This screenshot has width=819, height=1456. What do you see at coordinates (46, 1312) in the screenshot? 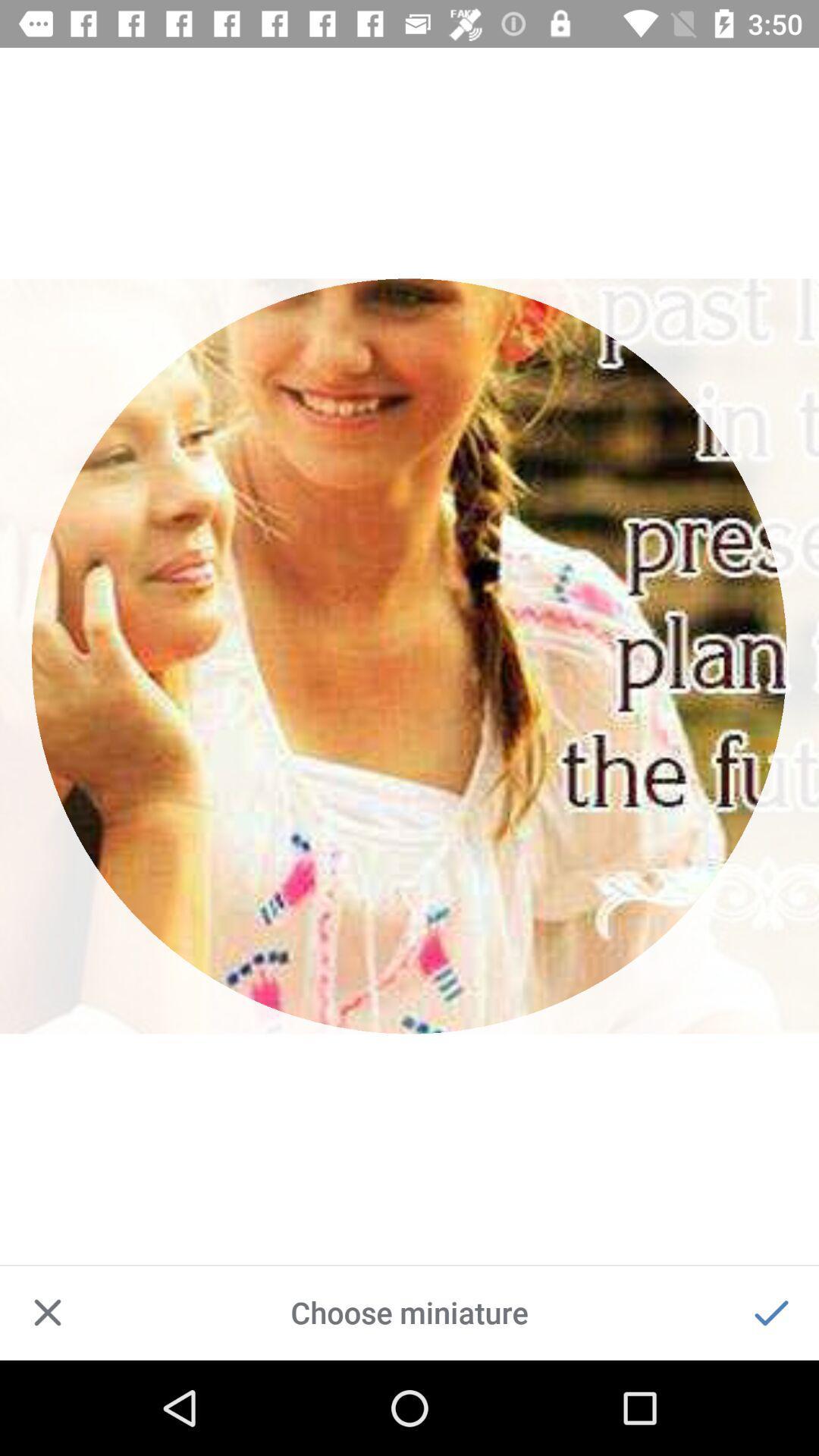
I see `dismiss` at bounding box center [46, 1312].